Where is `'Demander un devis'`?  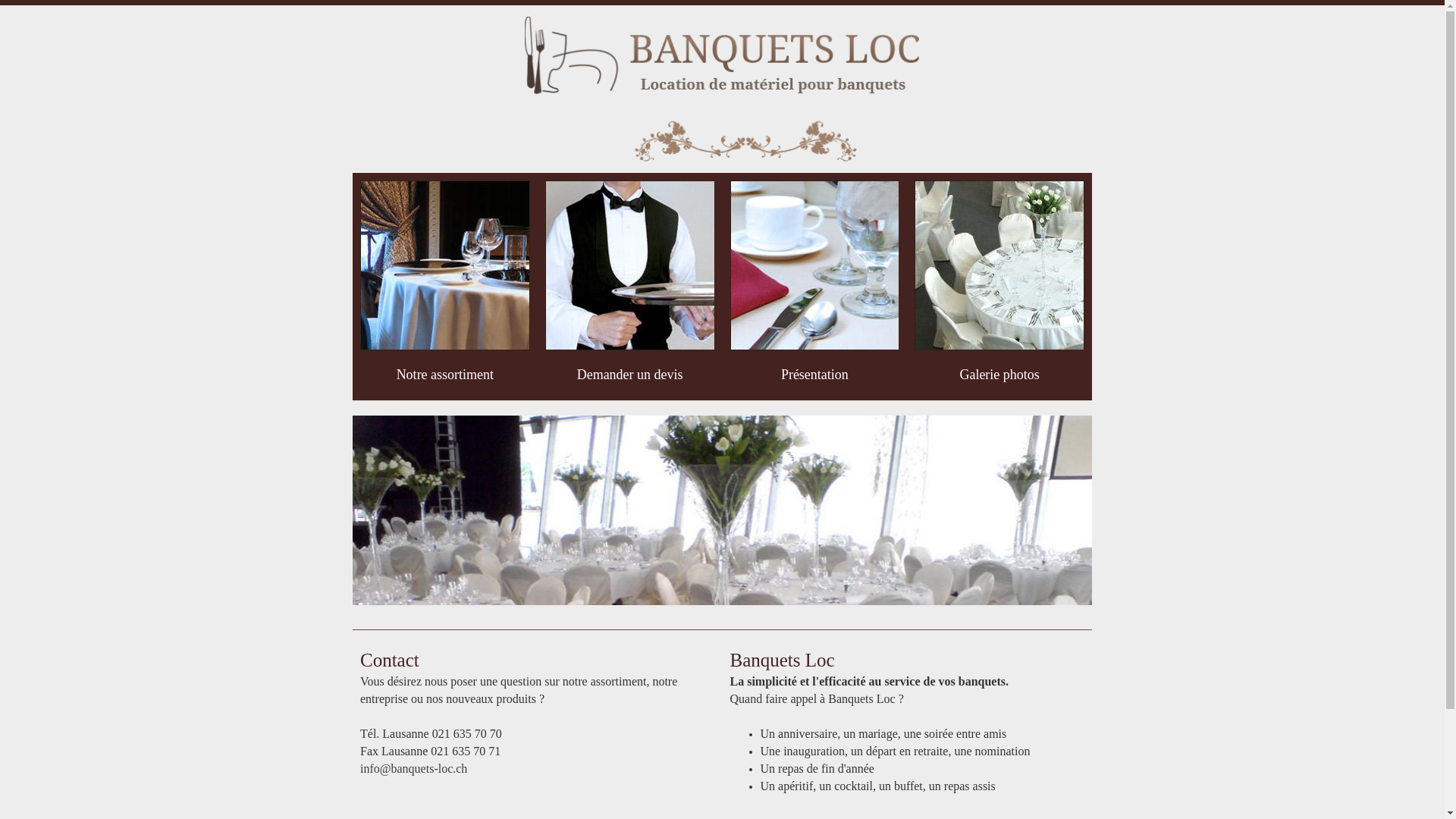
'Demander un devis' is located at coordinates (629, 374).